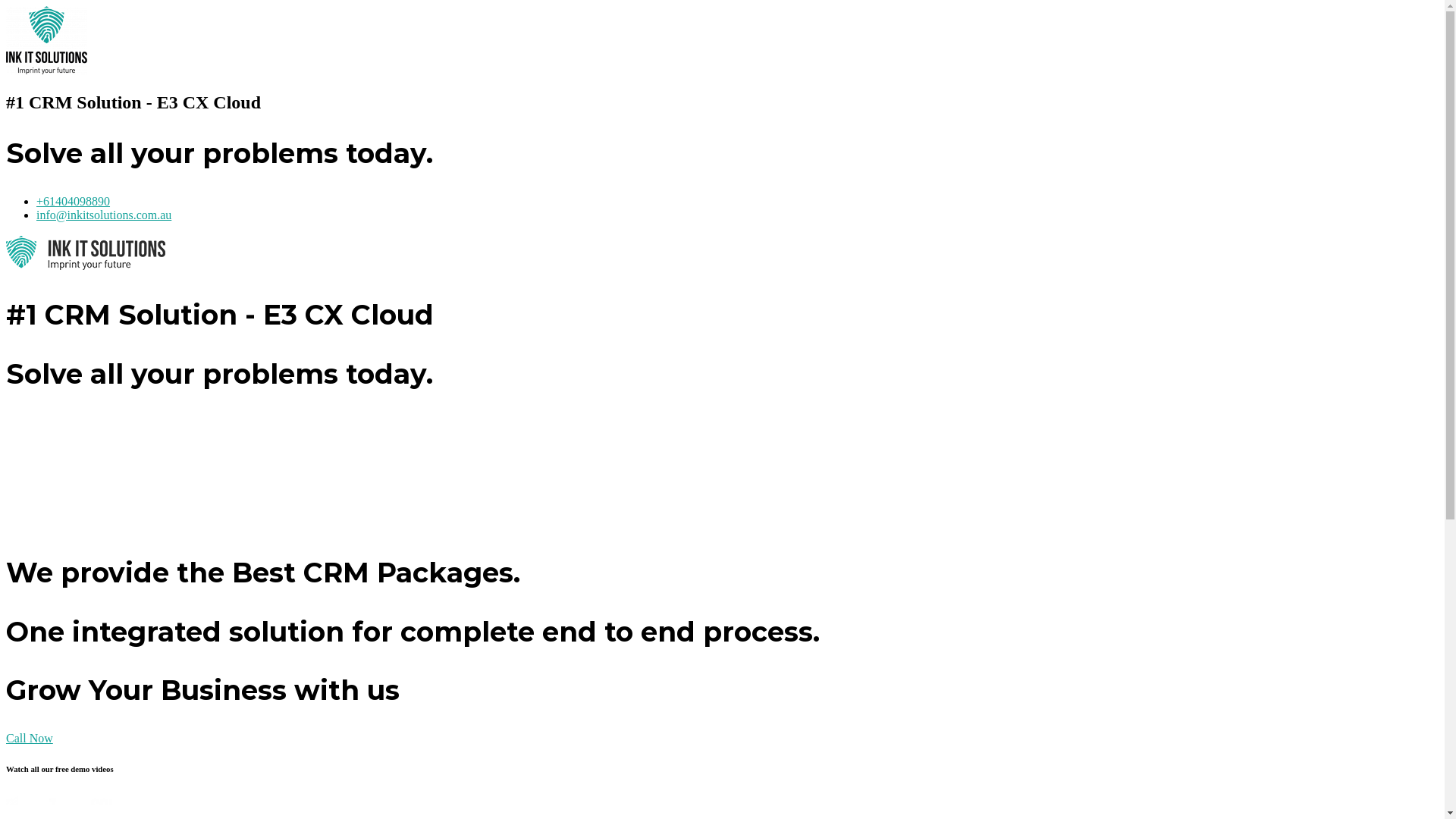  Describe the element at coordinates (29, 737) in the screenshot. I see `'Call Now'` at that location.